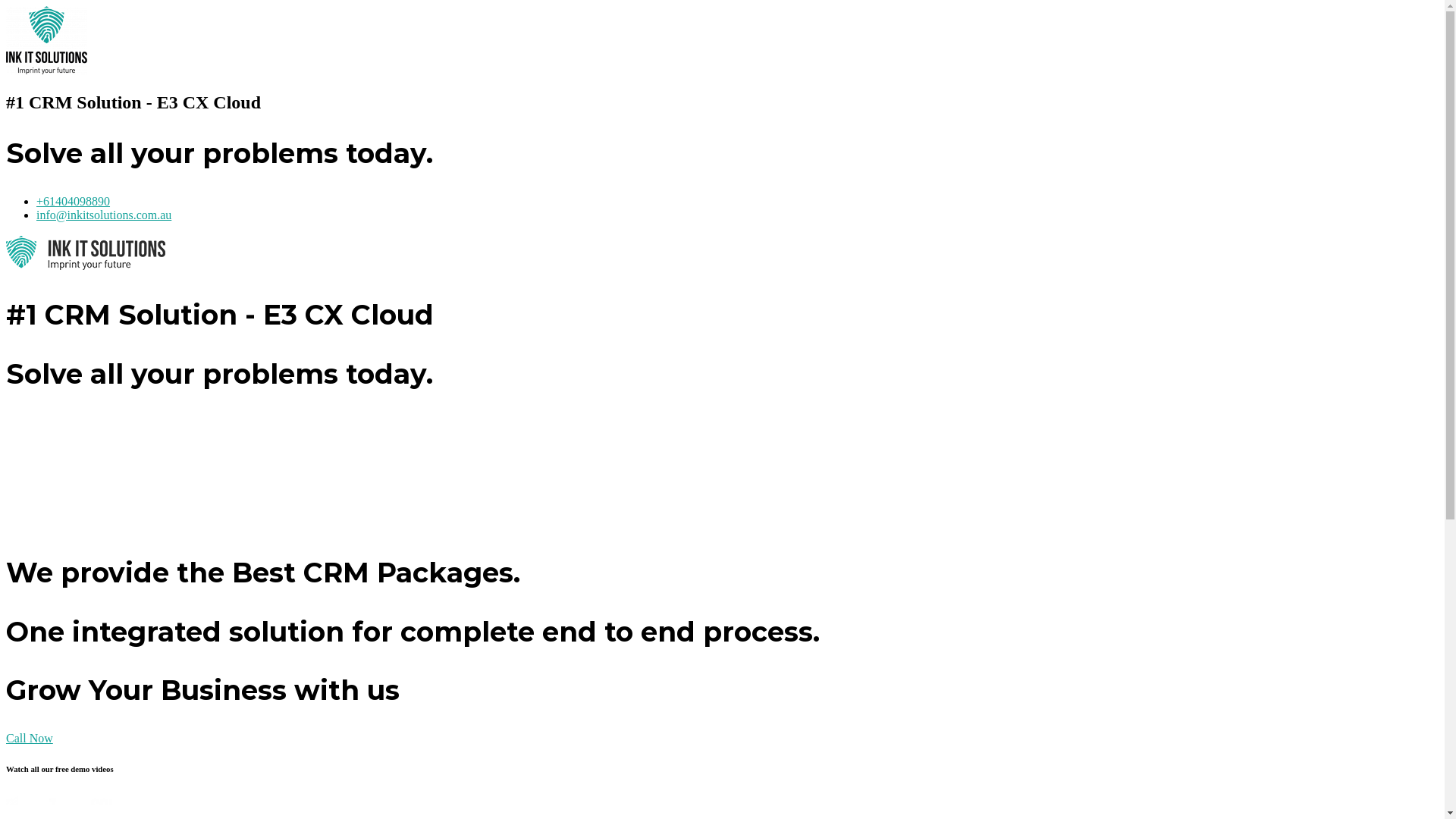  Describe the element at coordinates (29, 737) in the screenshot. I see `'Call Now'` at that location.